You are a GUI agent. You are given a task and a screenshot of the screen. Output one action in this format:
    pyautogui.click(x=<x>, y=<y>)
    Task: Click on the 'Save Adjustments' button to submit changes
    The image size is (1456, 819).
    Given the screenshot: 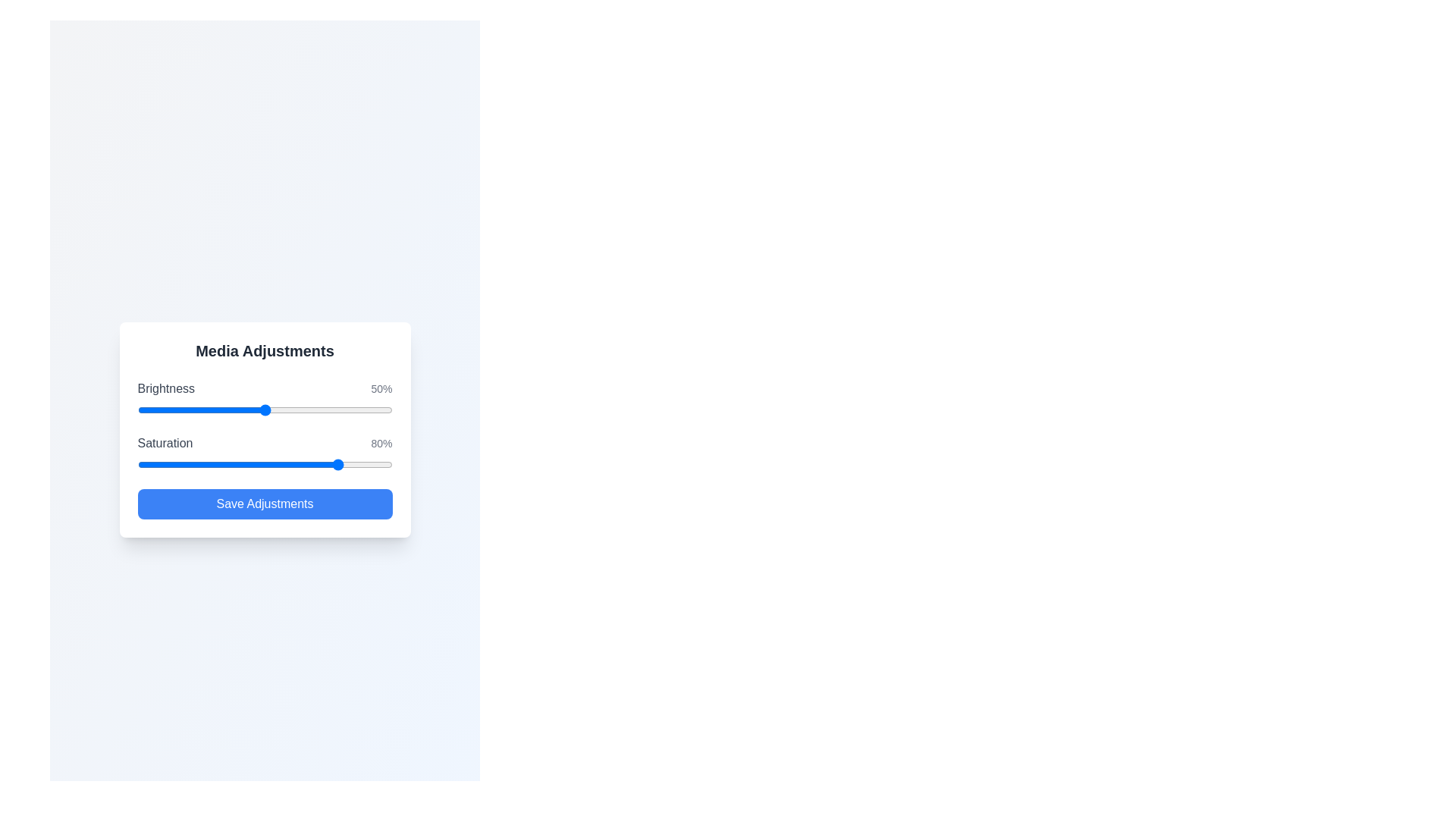 What is the action you would take?
    pyautogui.click(x=265, y=504)
    